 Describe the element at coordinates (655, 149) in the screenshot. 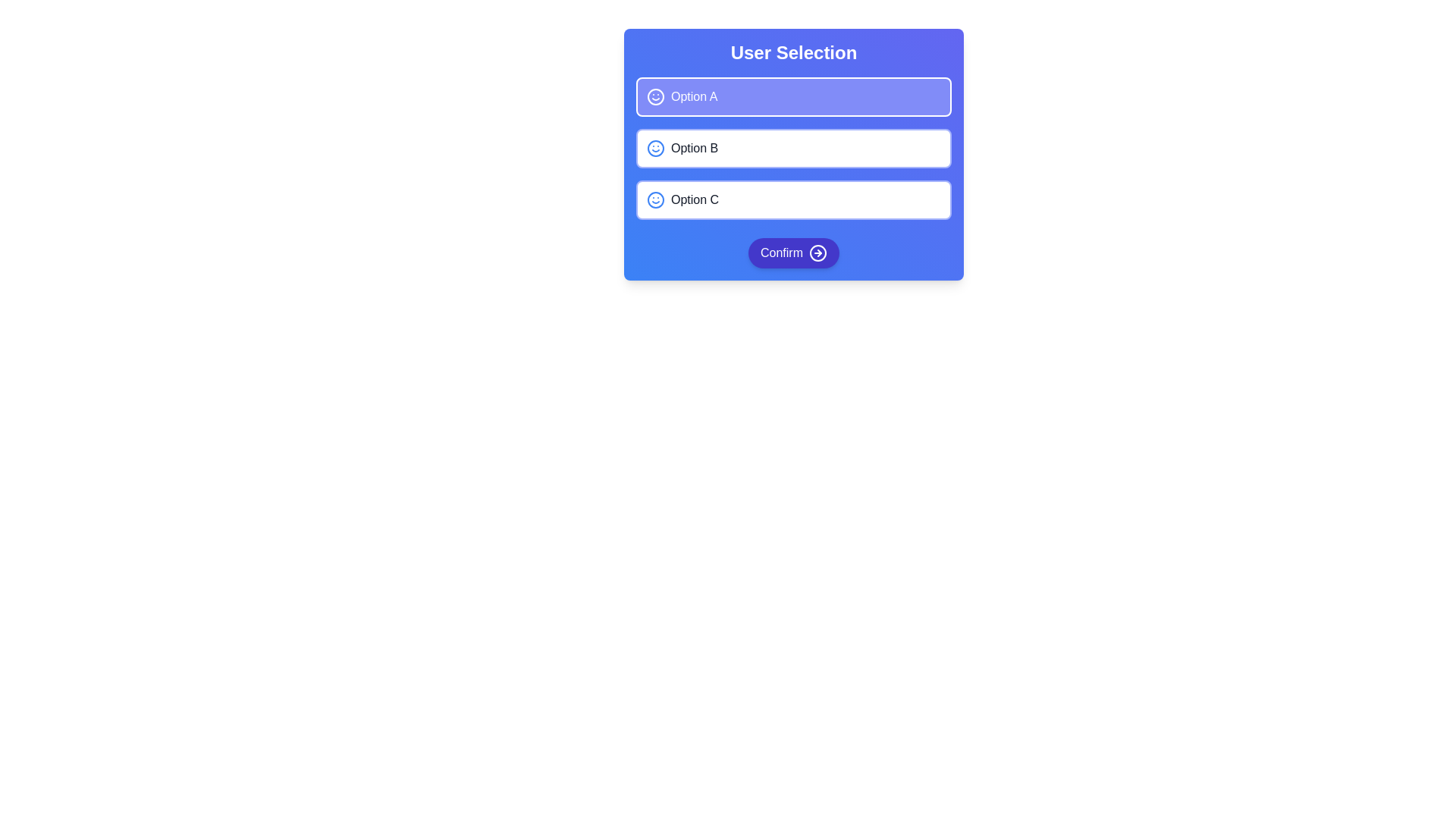

I see `the Circular SVG element with a blue outline, which is part of a smiley face icon, positioned to the left of the text 'Option B'` at that location.